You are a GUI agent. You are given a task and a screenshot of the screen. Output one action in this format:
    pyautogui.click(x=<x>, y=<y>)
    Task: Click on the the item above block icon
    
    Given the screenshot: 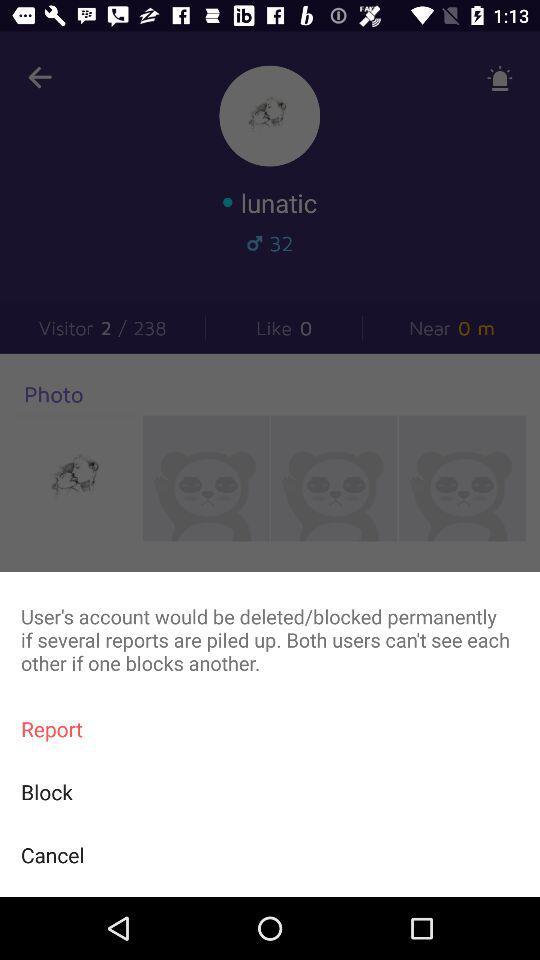 What is the action you would take?
    pyautogui.click(x=270, y=728)
    